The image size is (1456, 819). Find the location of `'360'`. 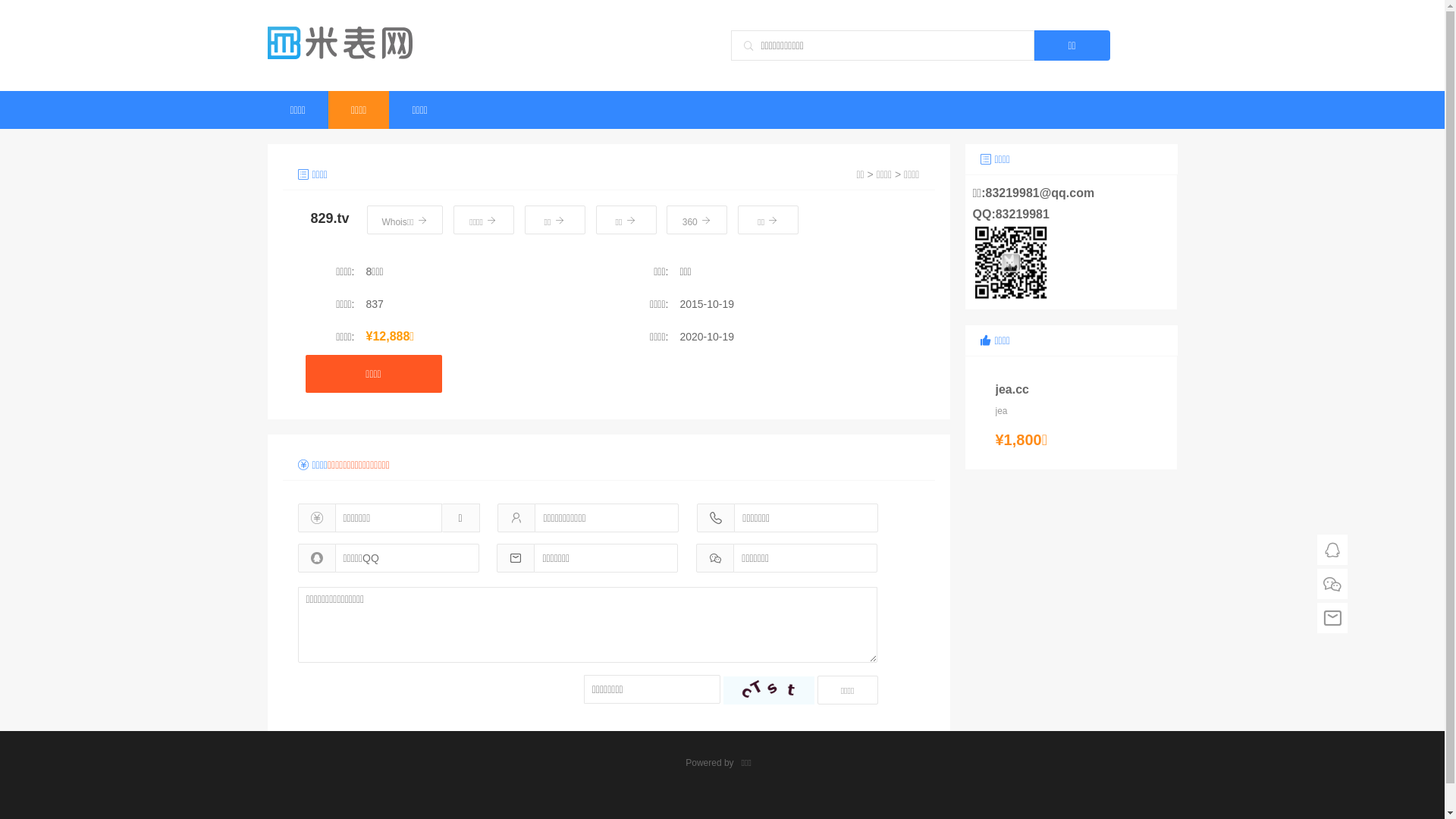

'360' is located at coordinates (666, 219).